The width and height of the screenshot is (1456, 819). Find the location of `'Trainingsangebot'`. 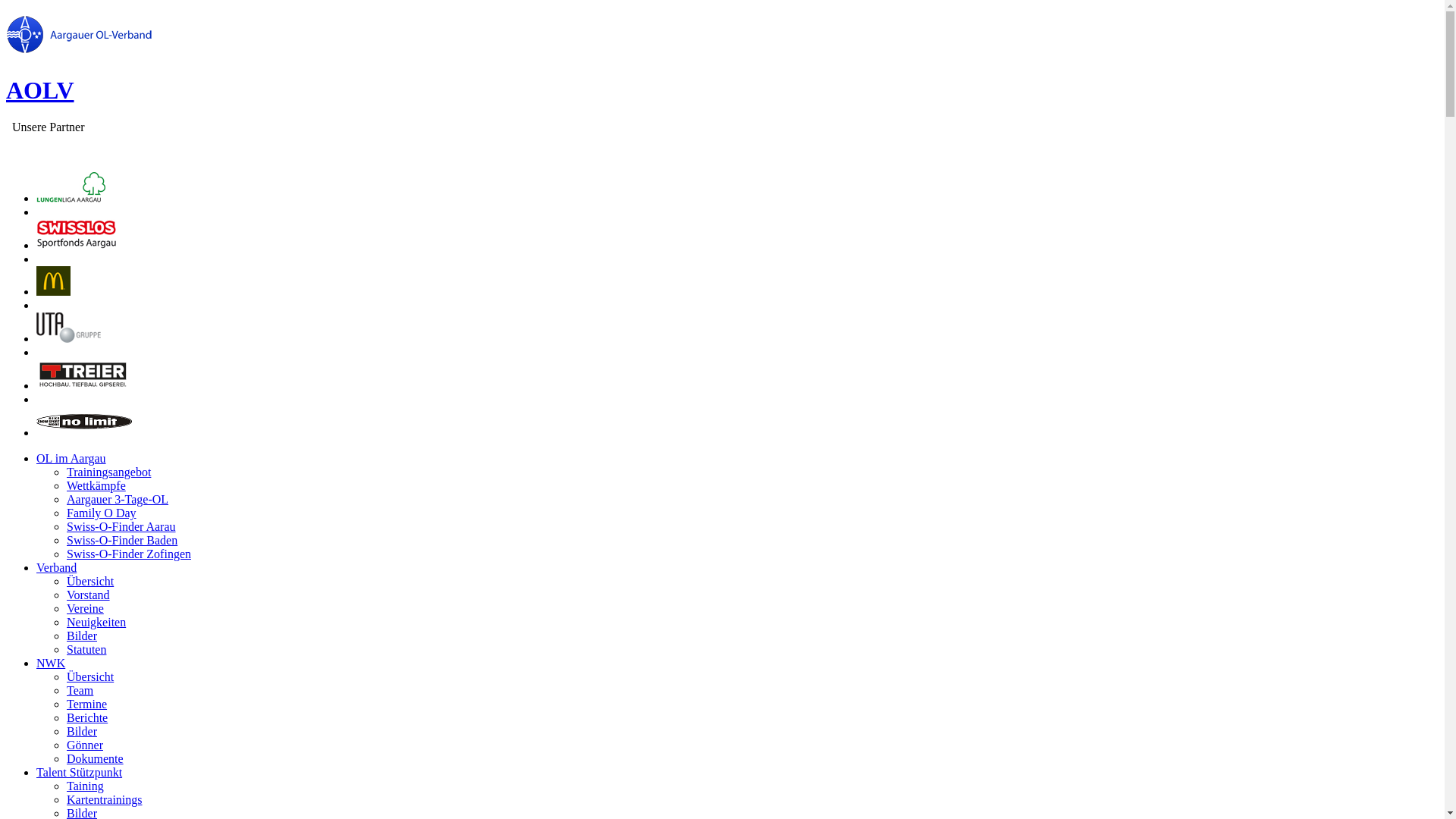

'Trainingsangebot' is located at coordinates (108, 471).